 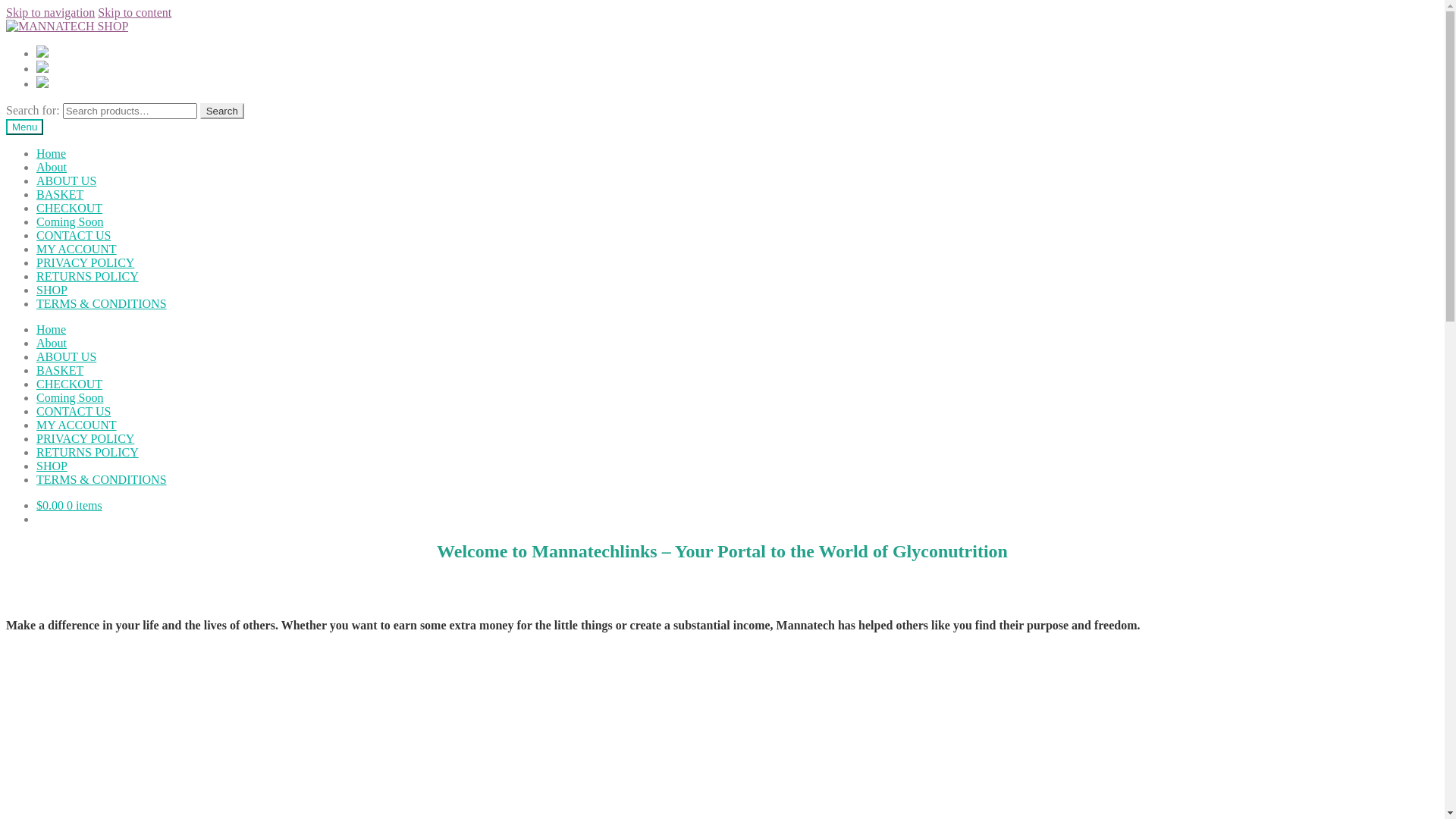 I want to click on 'Skip to navigation', so click(x=50, y=12).